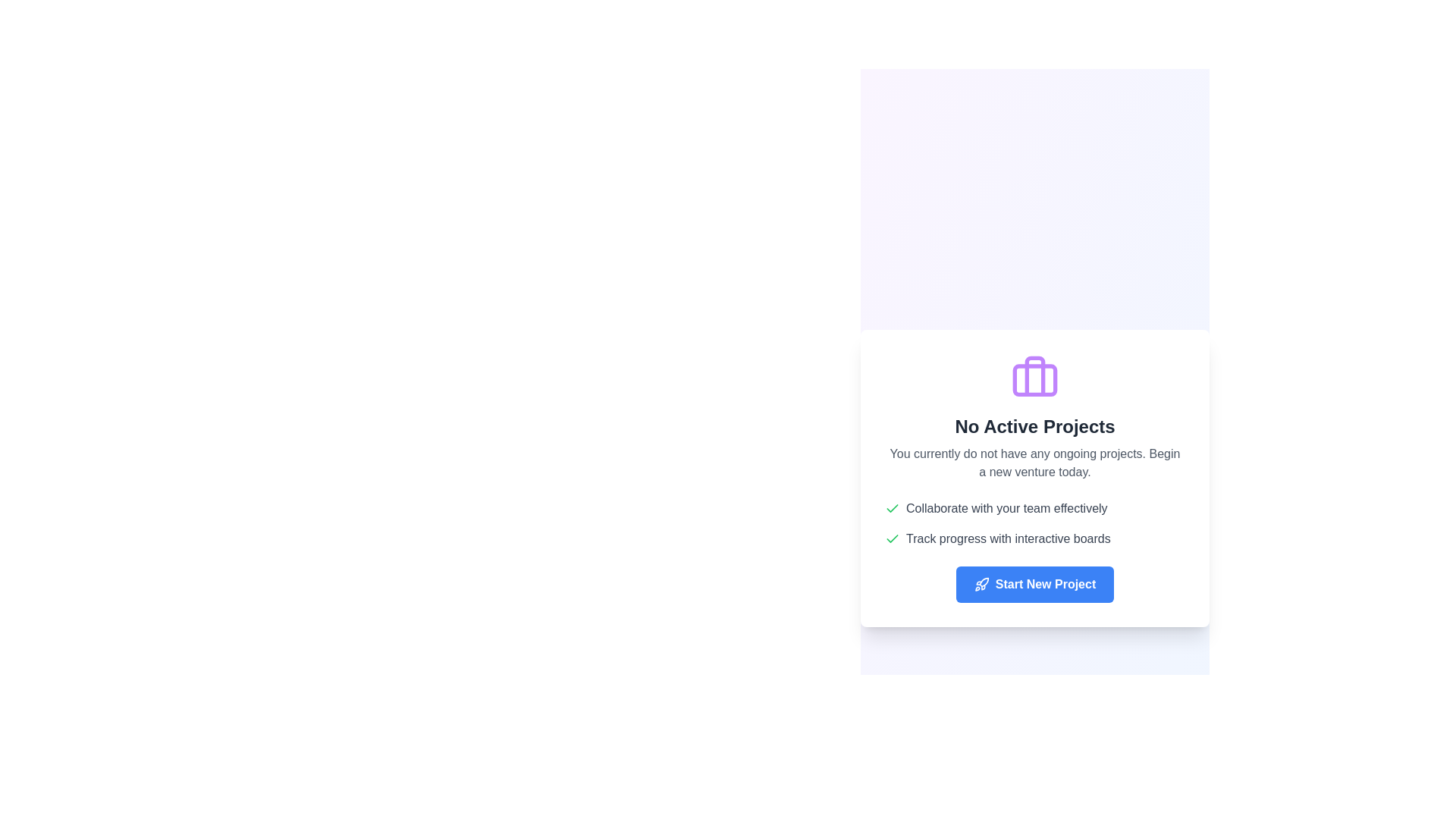  What do you see at coordinates (892, 509) in the screenshot?
I see `the green checkmark icon indicating completion, located to the left of the text 'Collaborate with your team effectively'` at bounding box center [892, 509].